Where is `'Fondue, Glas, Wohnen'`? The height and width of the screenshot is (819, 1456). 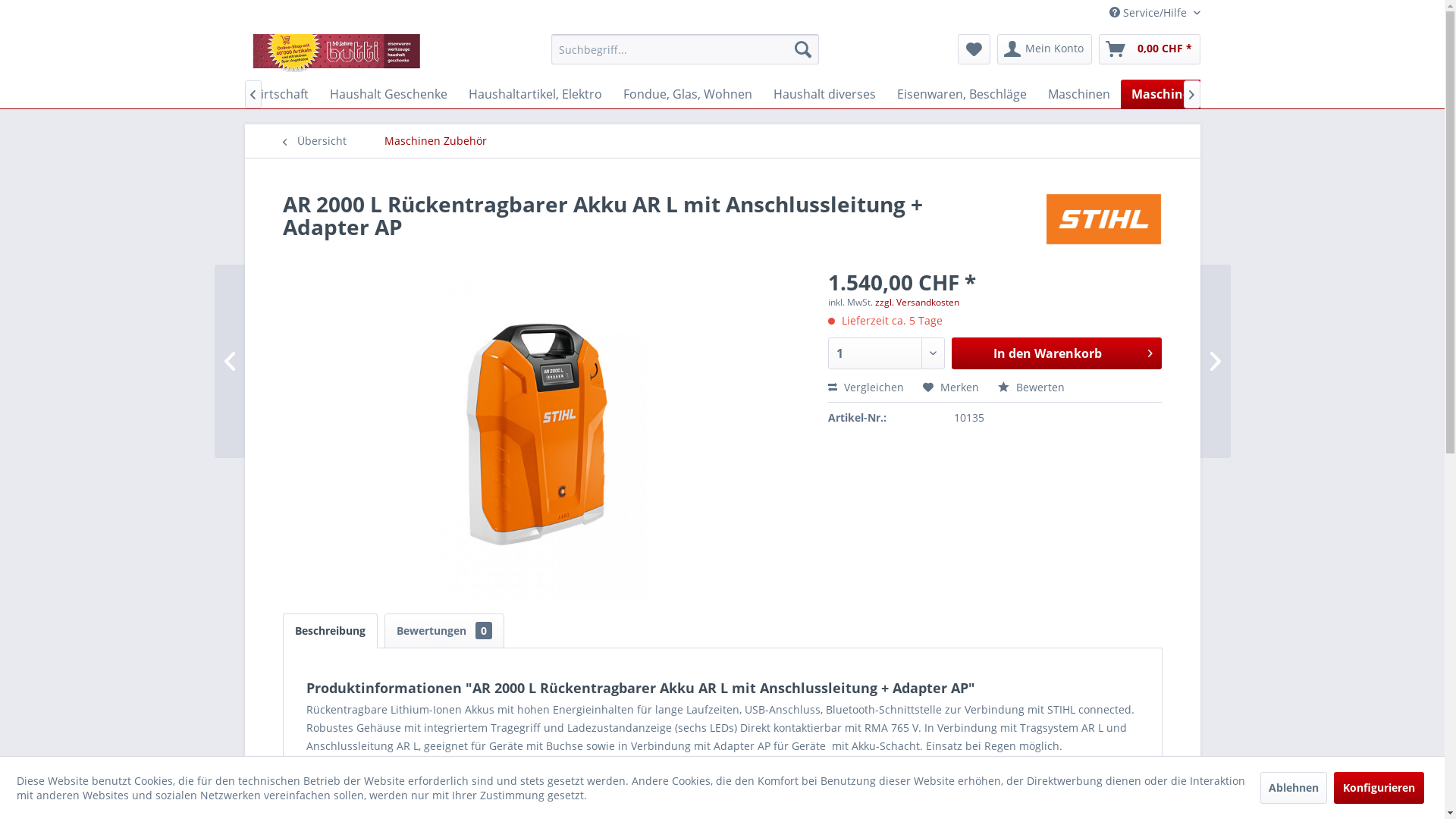
'Fondue, Glas, Wohnen' is located at coordinates (612, 93).